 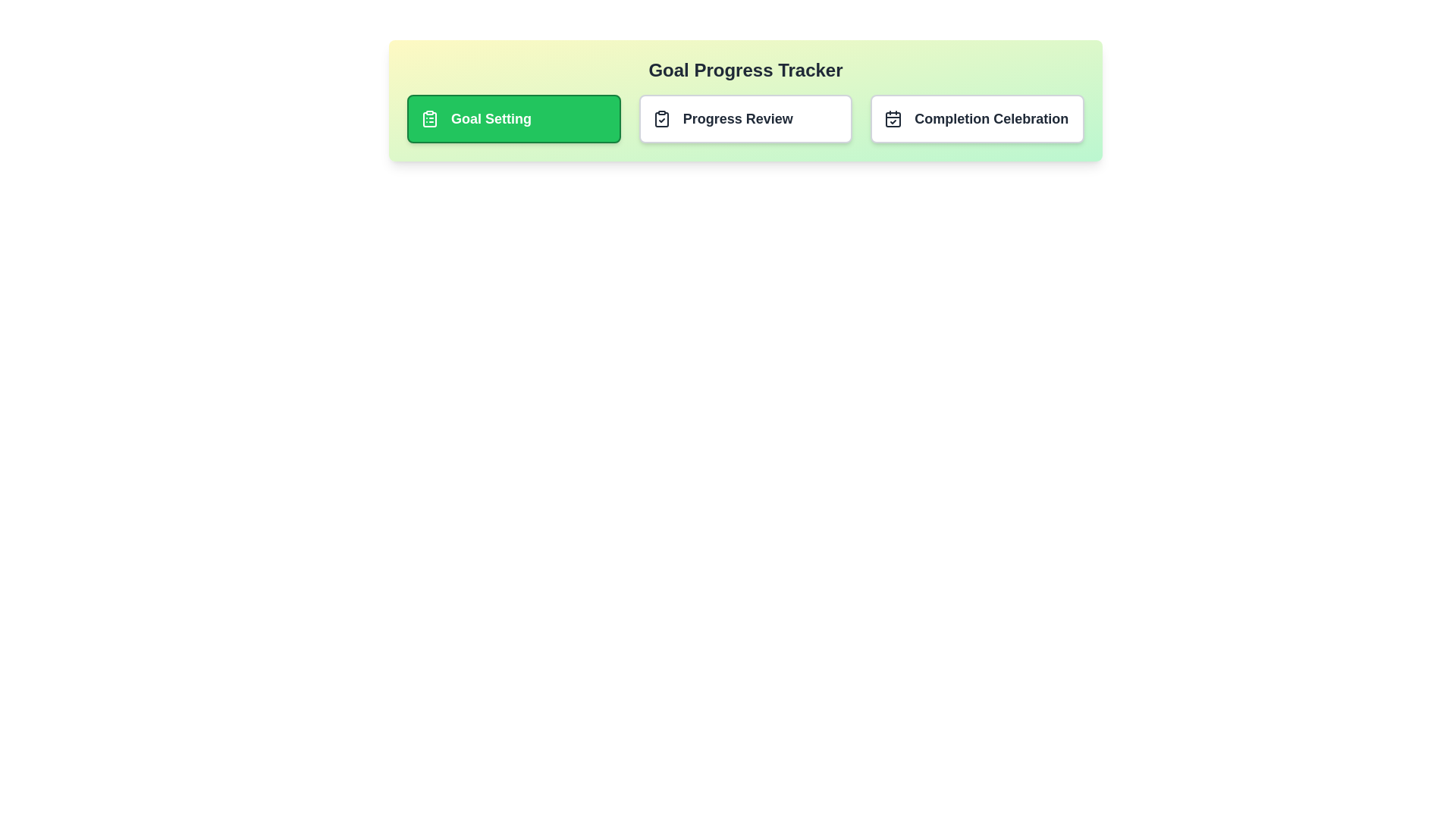 I want to click on the icon associated with the milestone Goal Setting, so click(x=428, y=118).